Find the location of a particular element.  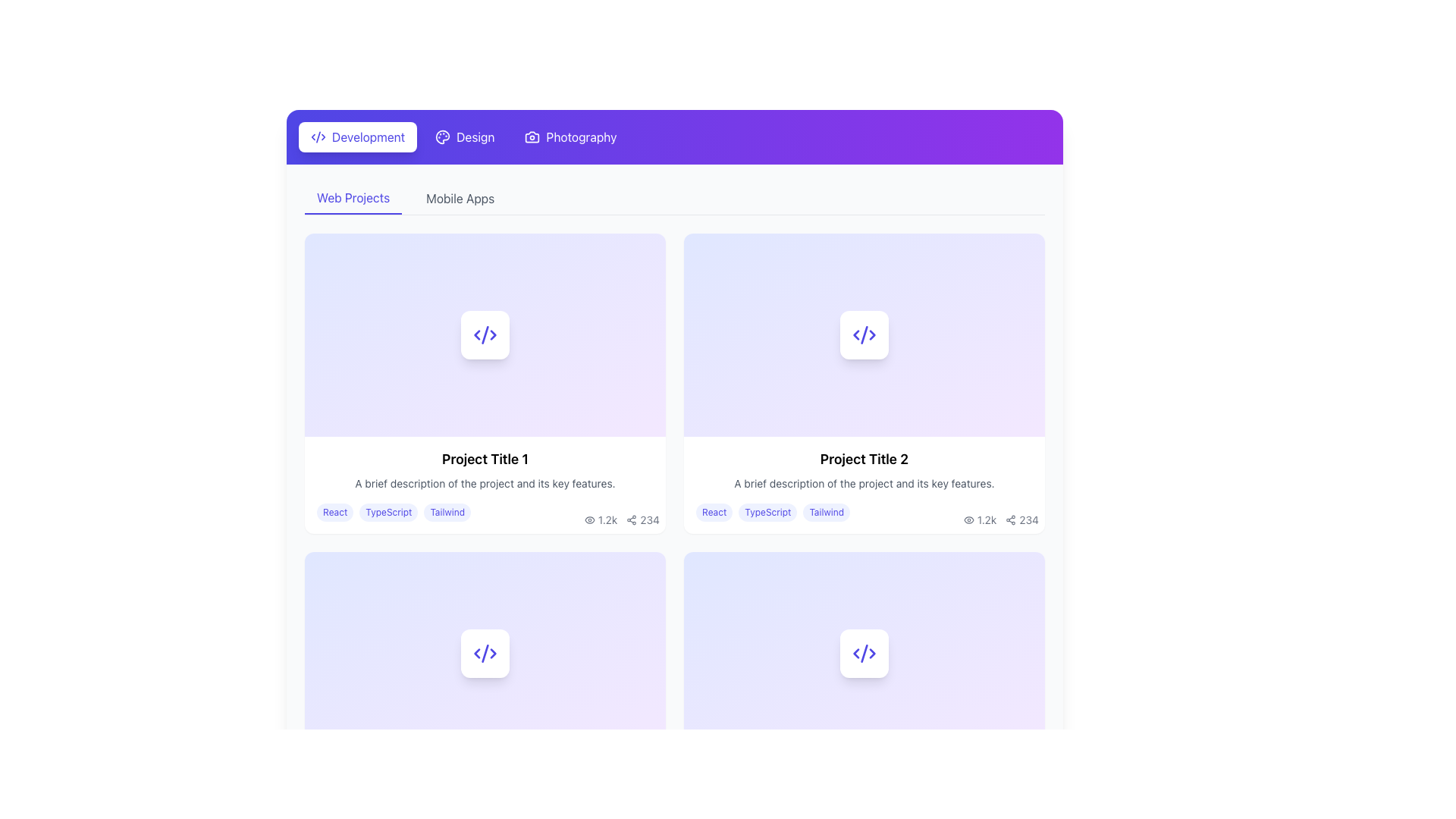

the 'TypeScript' badge, which has a light indigo background and darker indigo text, located below 'Project Title 2' in the second card from the left is located at coordinates (767, 512).